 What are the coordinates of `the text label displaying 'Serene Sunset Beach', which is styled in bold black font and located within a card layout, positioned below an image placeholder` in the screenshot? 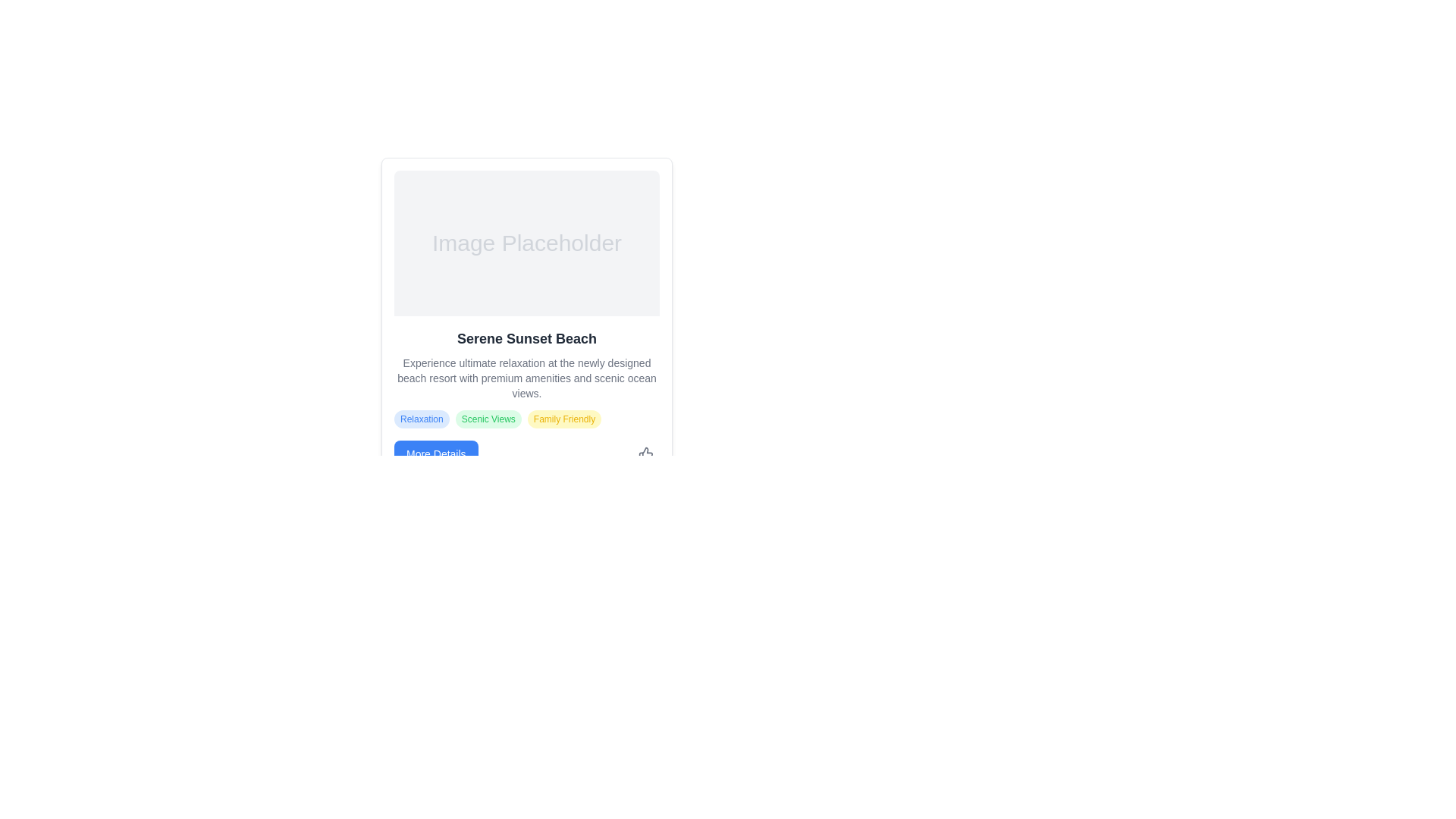 It's located at (527, 338).